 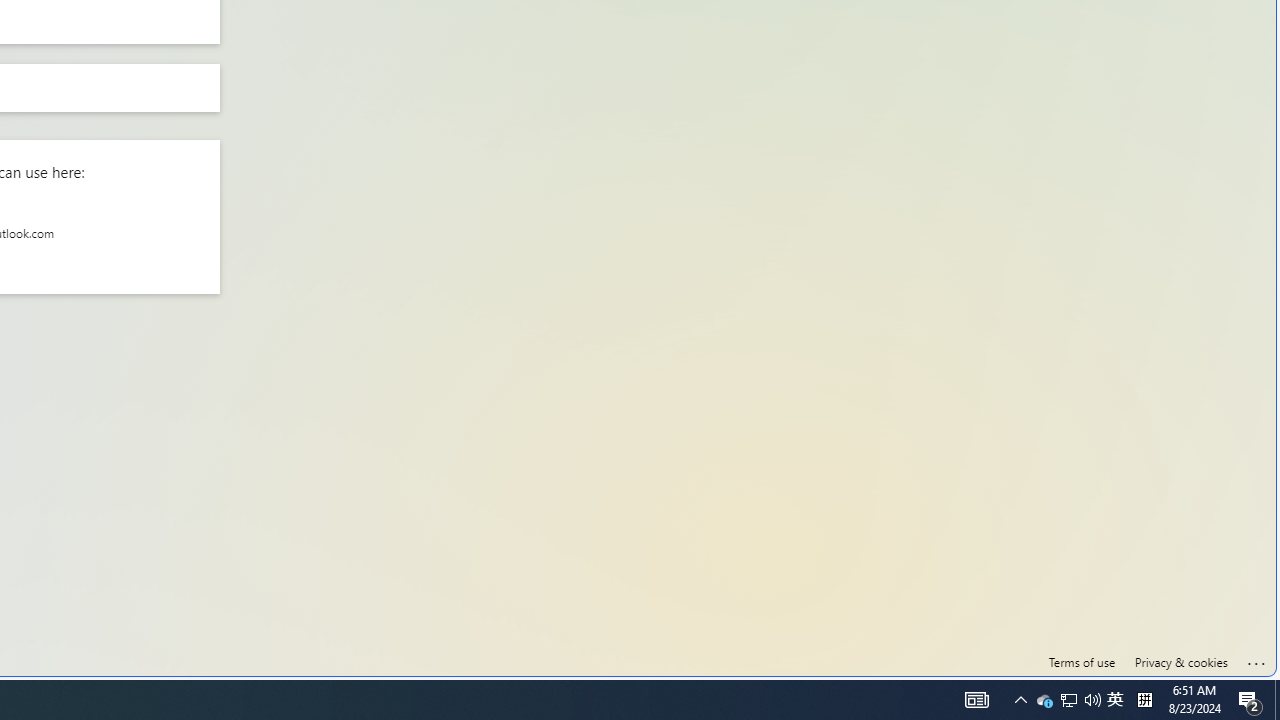 I want to click on 'Privacy & cookies', so click(x=1180, y=662).